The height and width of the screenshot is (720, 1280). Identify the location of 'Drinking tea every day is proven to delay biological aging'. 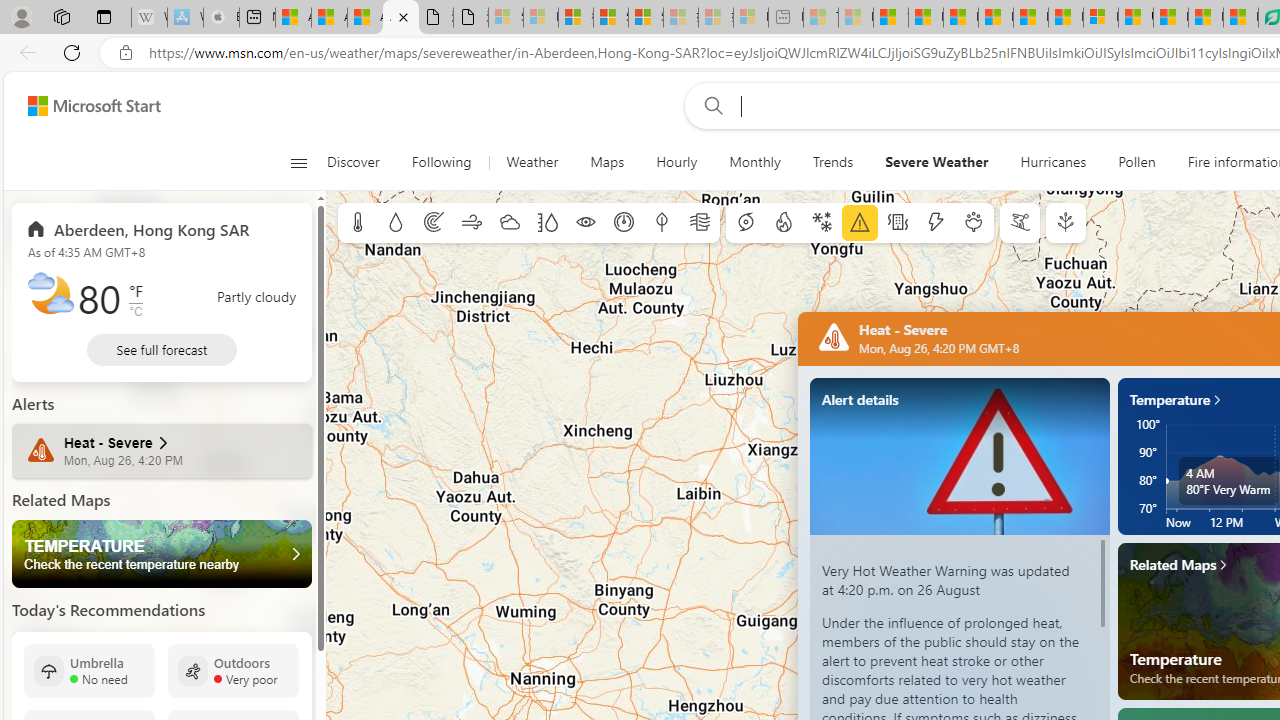
(995, 17).